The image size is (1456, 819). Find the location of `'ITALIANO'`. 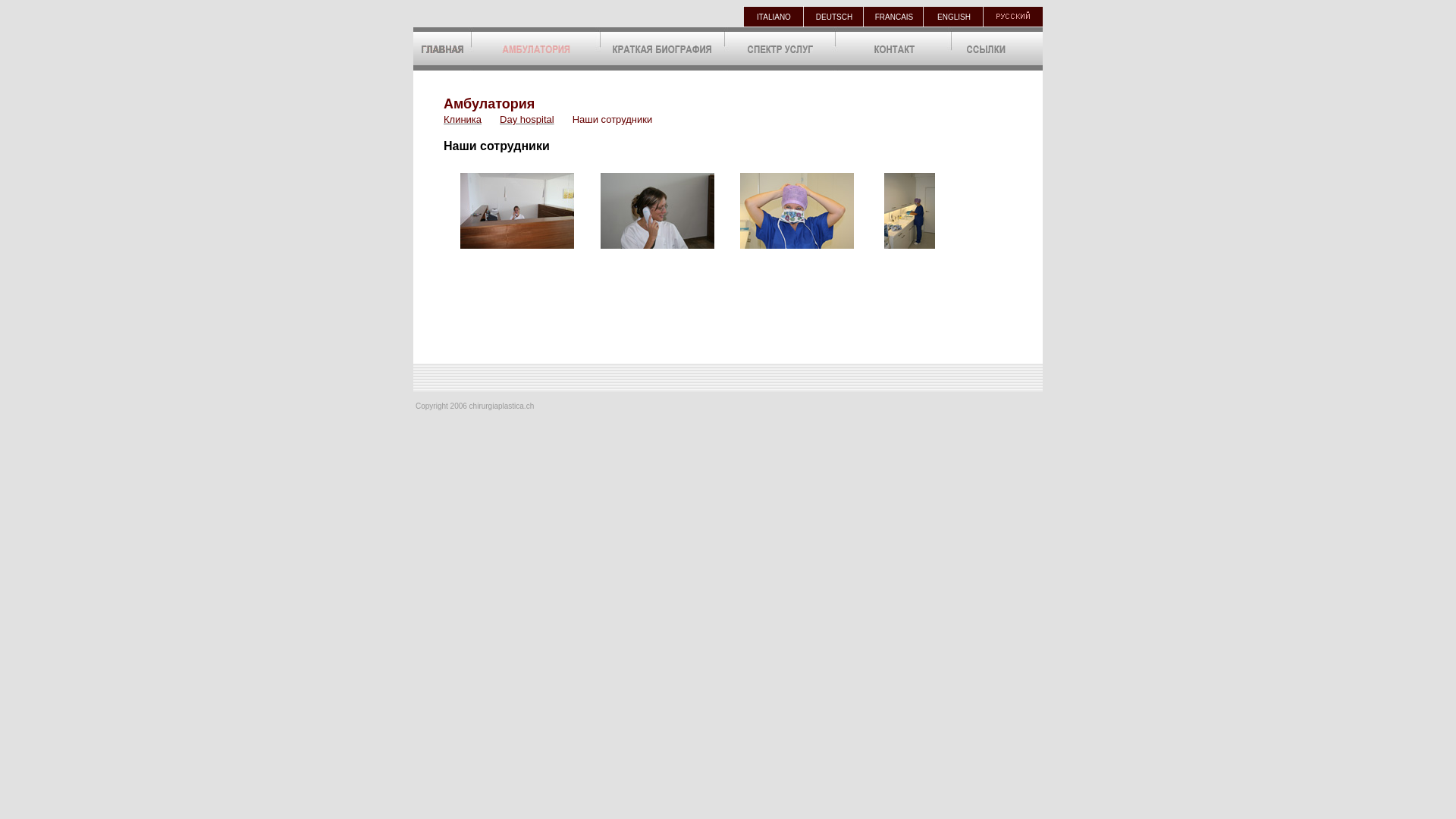

'ITALIANO' is located at coordinates (773, 16).